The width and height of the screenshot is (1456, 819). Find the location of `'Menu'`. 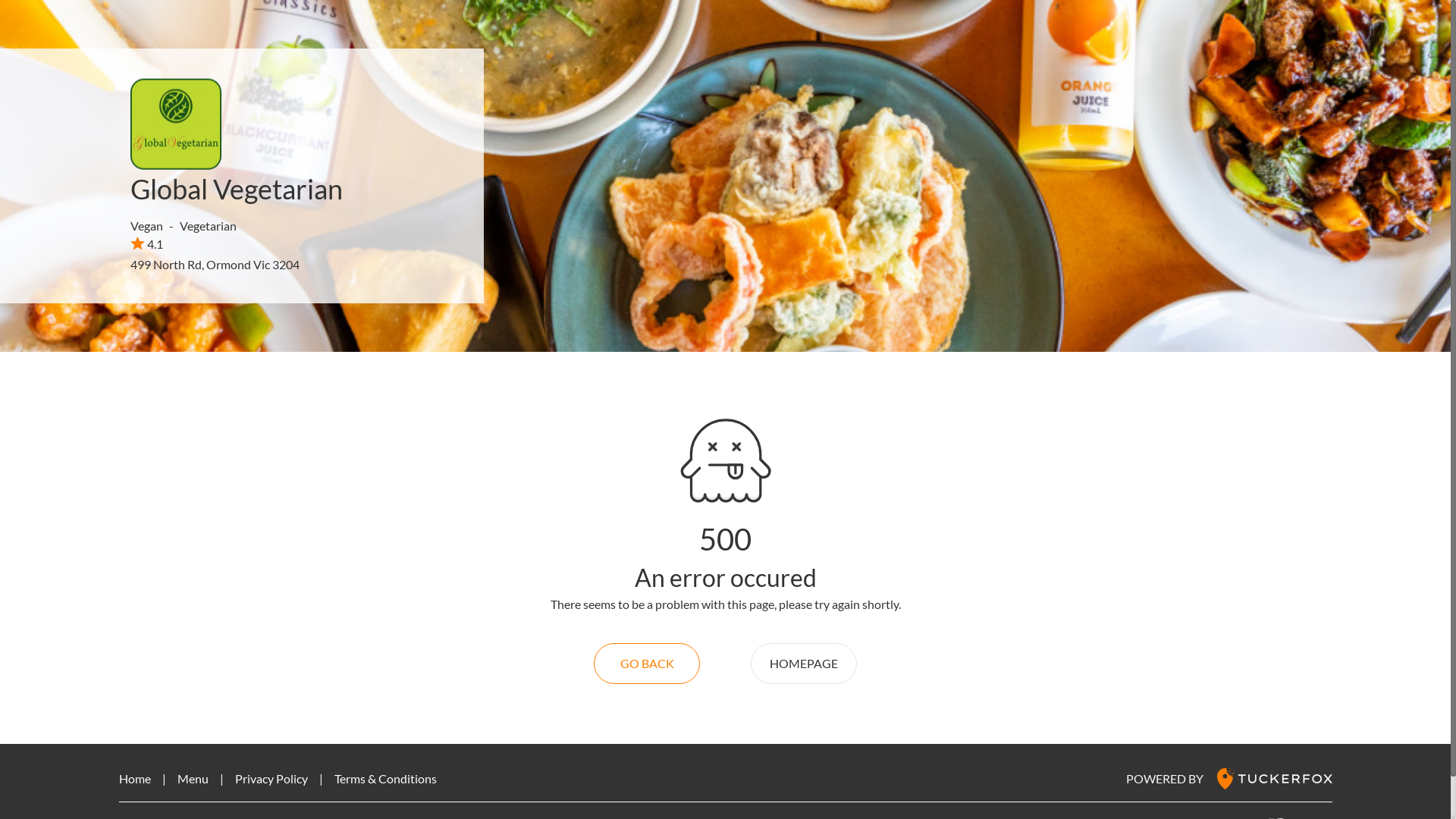

'Menu' is located at coordinates (192, 778).